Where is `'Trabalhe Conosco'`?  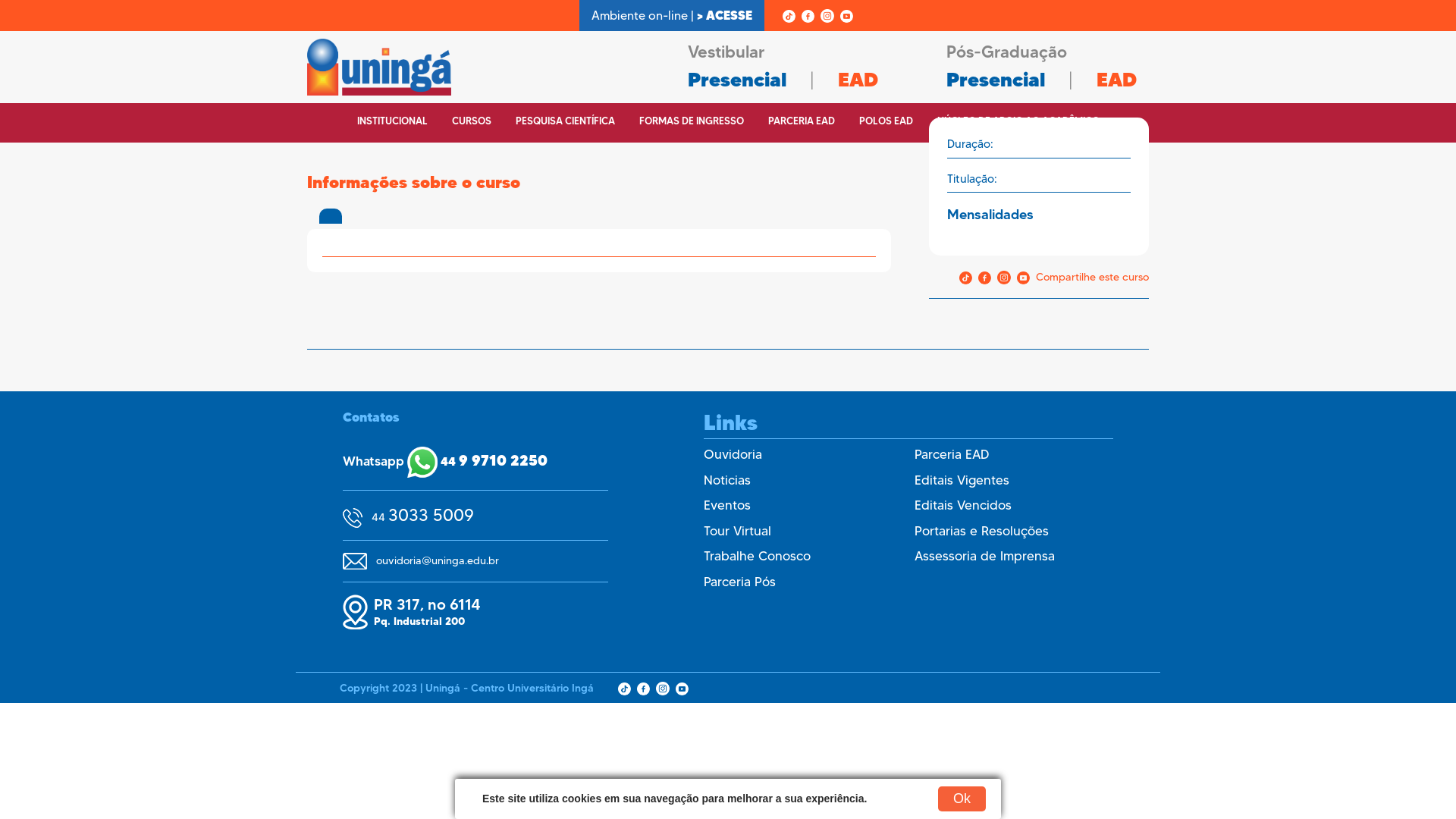
'Trabalhe Conosco' is located at coordinates (802, 556).